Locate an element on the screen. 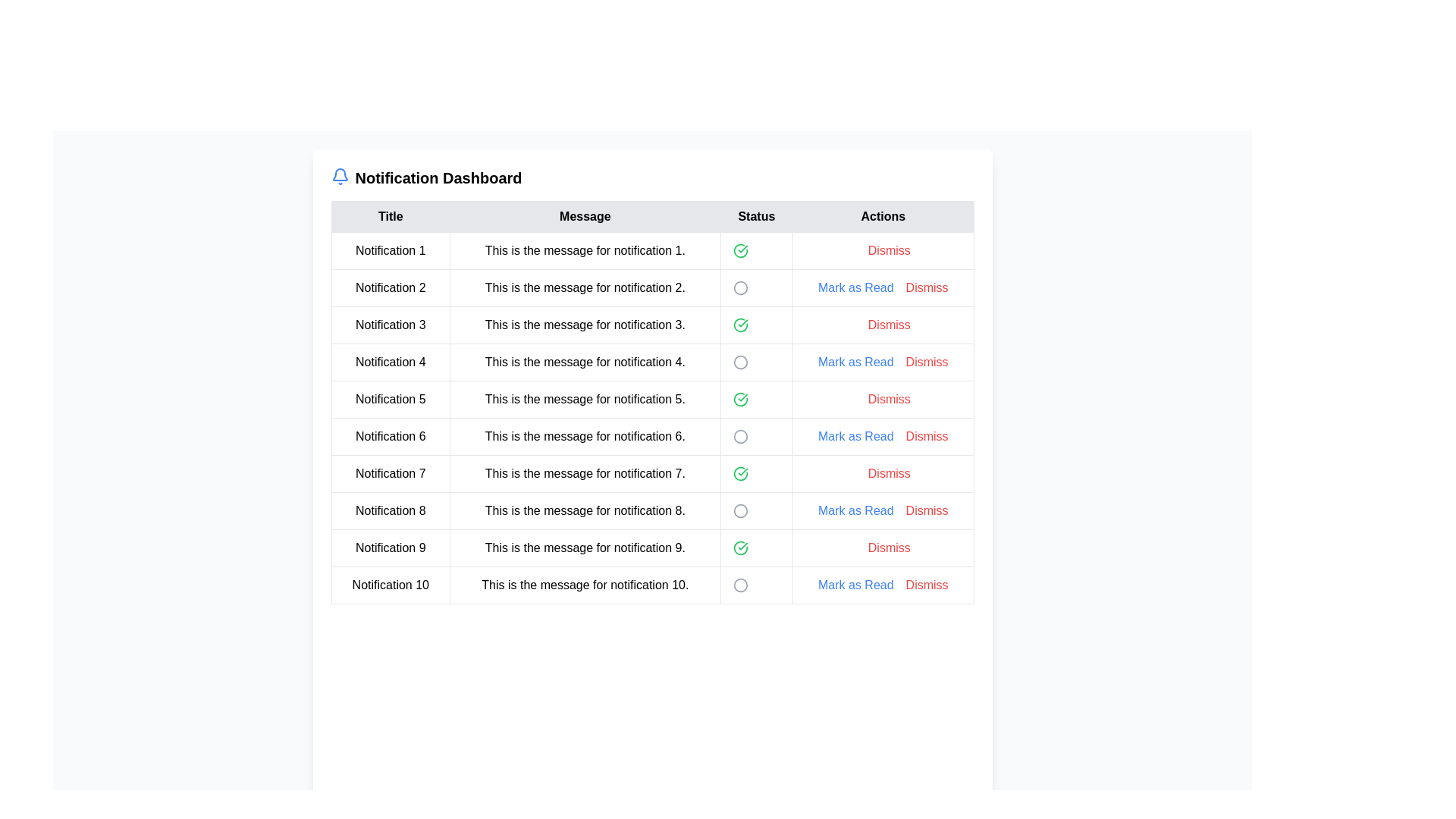 The width and height of the screenshot is (1456, 819). the interactive circular icon with a gray border in the 'Status' cell for the 'Notification 10' row to change its state from unchecked to checked is located at coordinates (740, 584).